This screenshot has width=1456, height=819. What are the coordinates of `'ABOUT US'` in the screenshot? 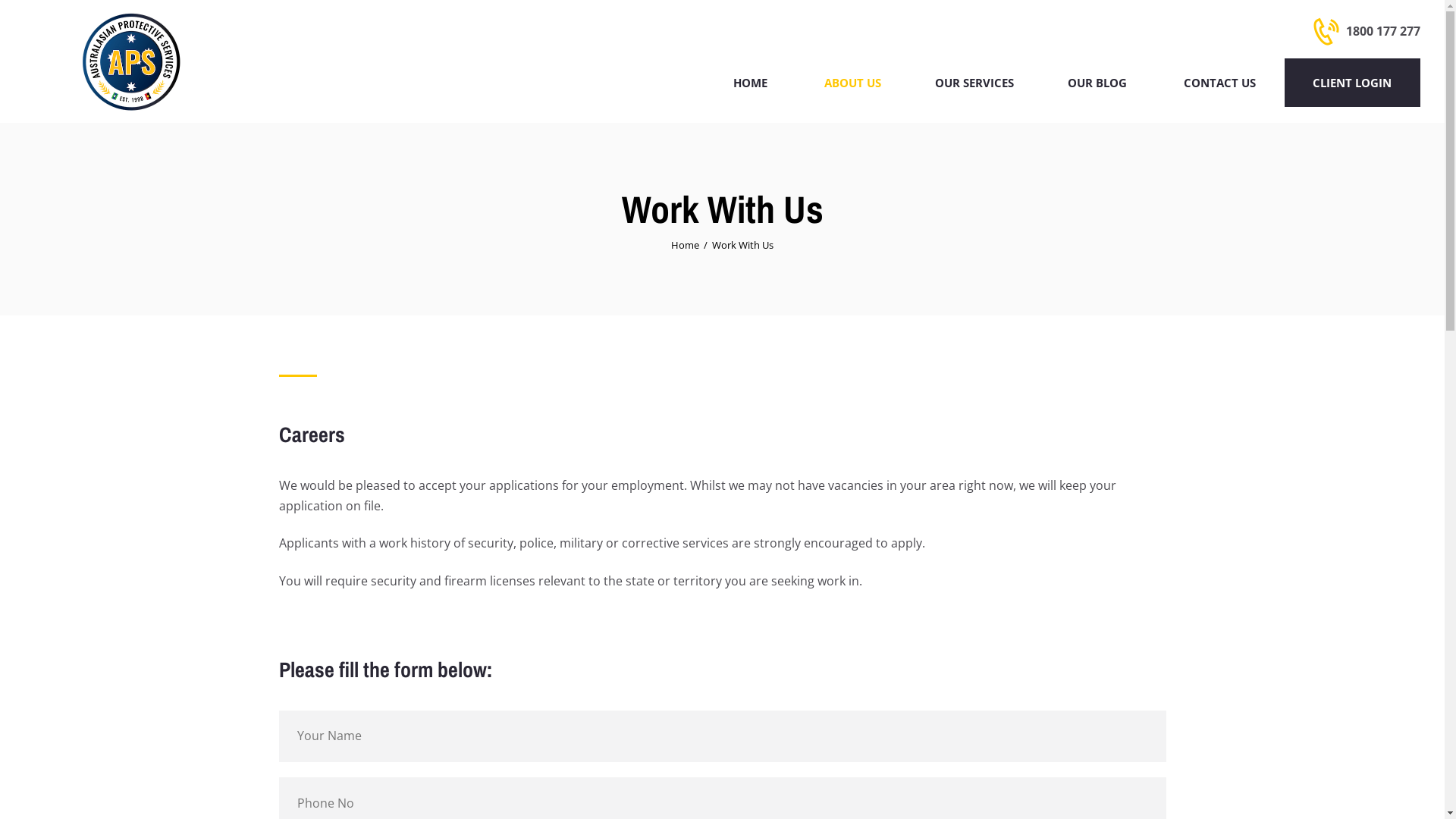 It's located at (795, 82).